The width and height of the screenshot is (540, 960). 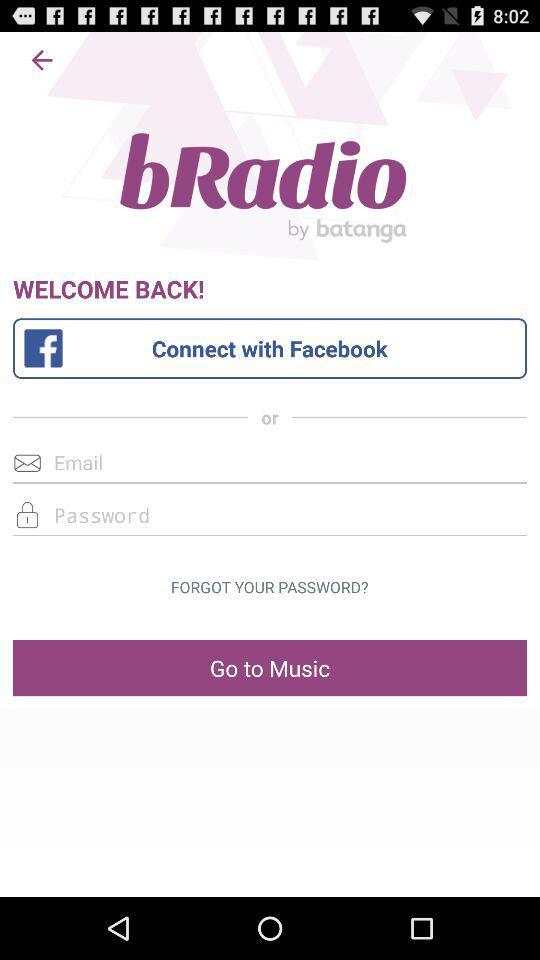 I want to click on password, so click(x=270, y=514).